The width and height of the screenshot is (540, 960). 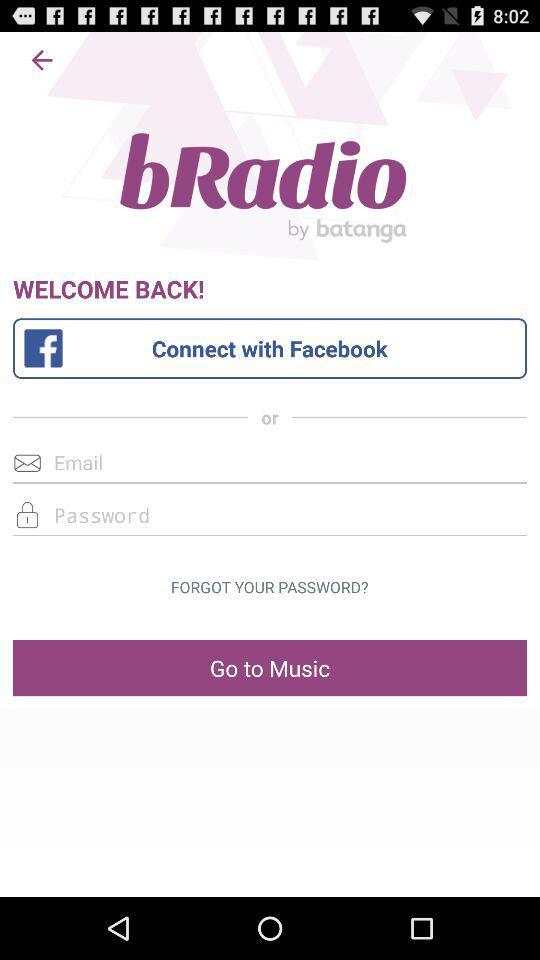 I want to click on password, so click(x=270, y=514).